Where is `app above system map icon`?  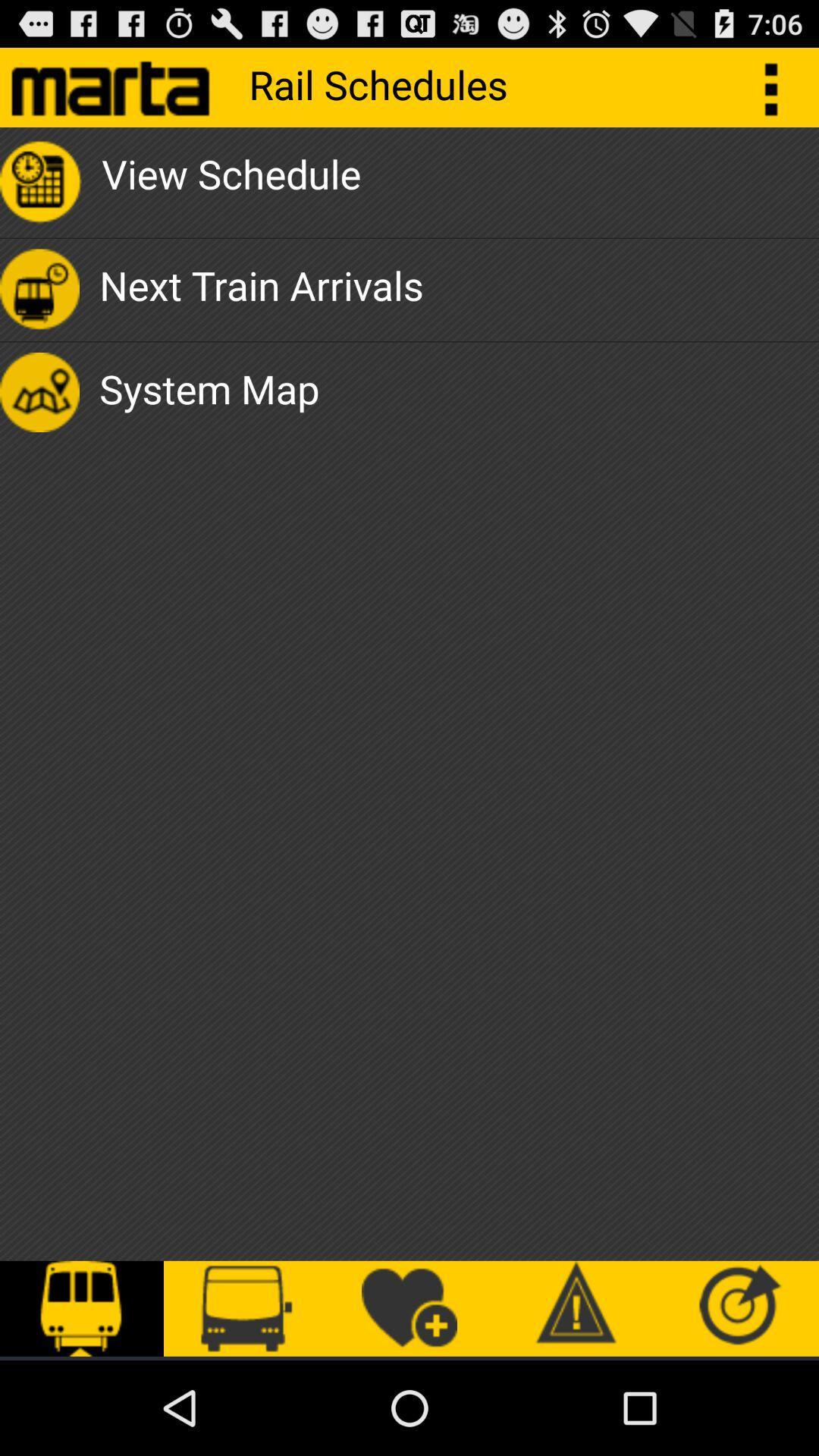 app above system map icon is located at coordinates (260, 290).